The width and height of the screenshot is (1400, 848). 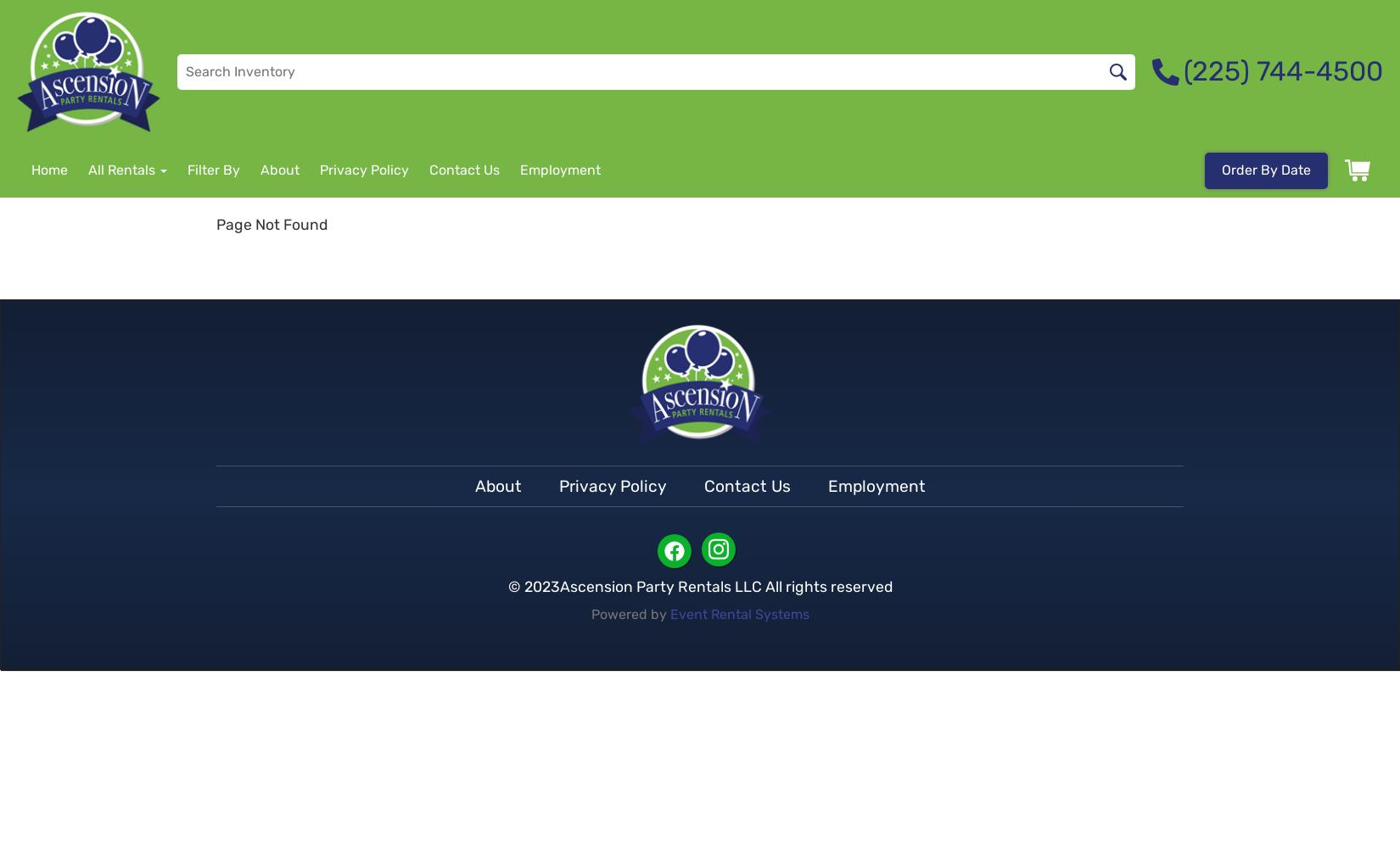 I want to click on 'All Rentals', so click(x=87, y=169).